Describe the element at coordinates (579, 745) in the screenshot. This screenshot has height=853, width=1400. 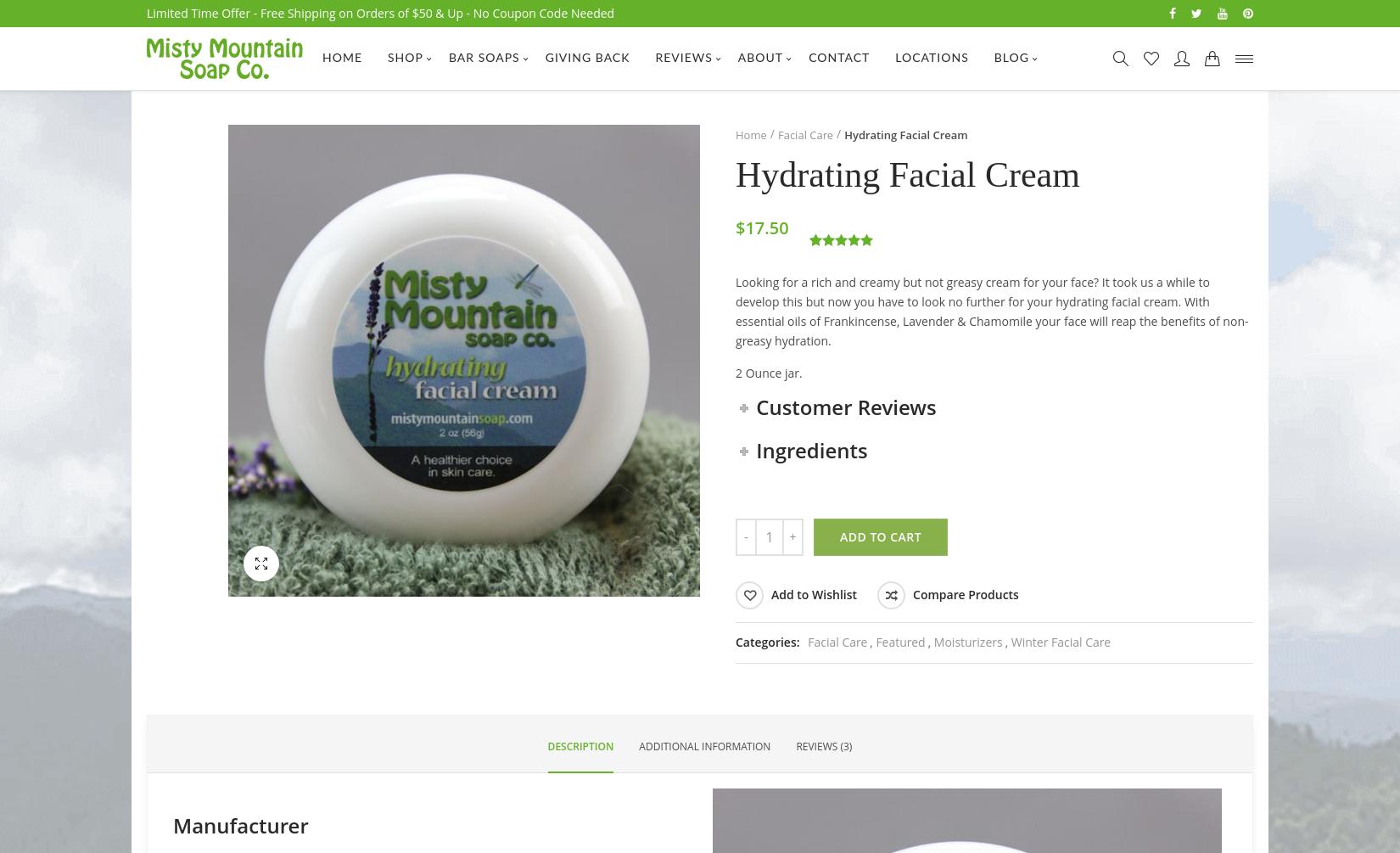
I see `'Description'` at that location.